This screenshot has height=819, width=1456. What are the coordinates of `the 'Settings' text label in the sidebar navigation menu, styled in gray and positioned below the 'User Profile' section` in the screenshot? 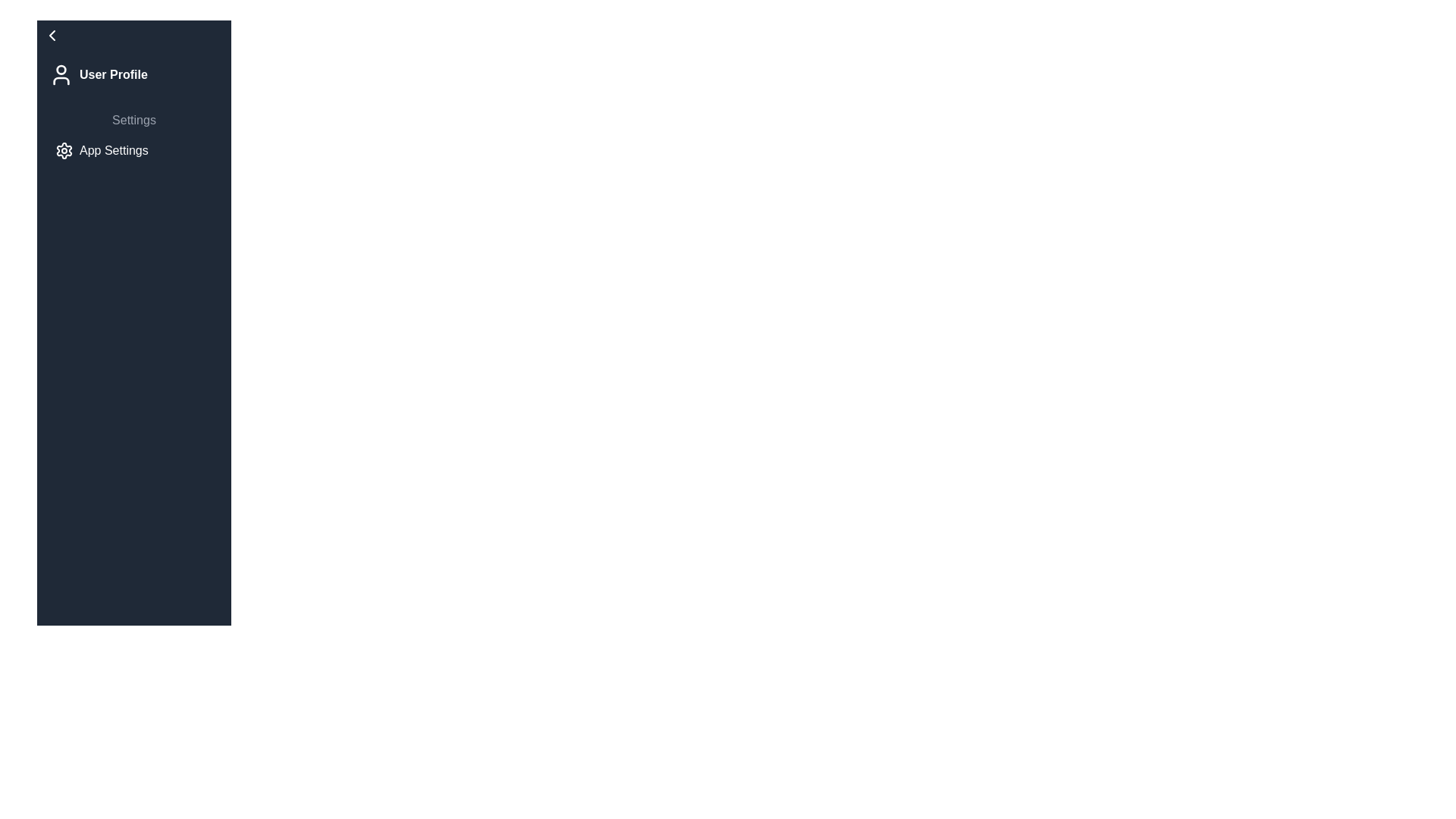 It's located at (134, 119).